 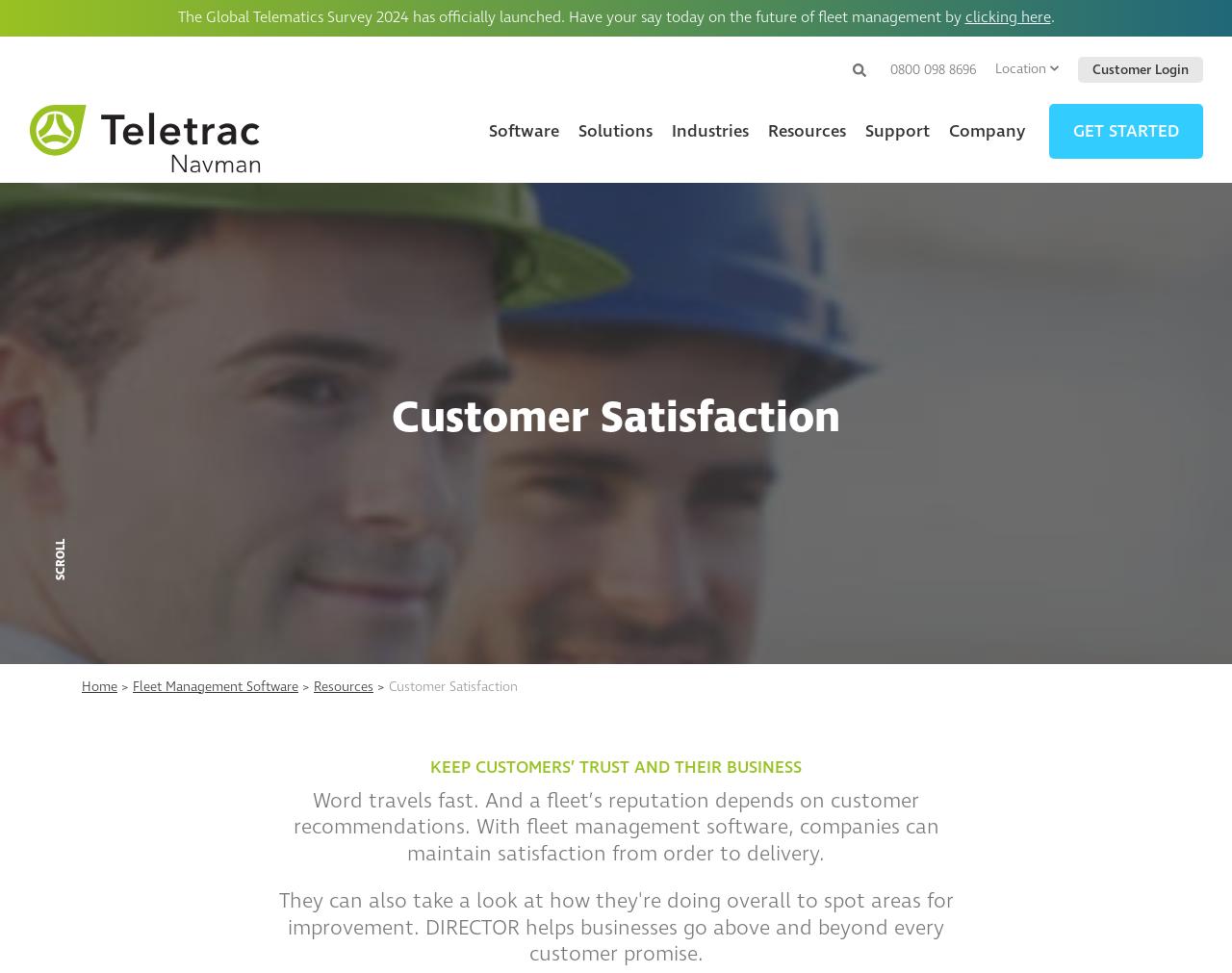 What do you see at coordinates (80, 684) in the screenshot?
I see `'Home'` at bounding box center [80, 684].